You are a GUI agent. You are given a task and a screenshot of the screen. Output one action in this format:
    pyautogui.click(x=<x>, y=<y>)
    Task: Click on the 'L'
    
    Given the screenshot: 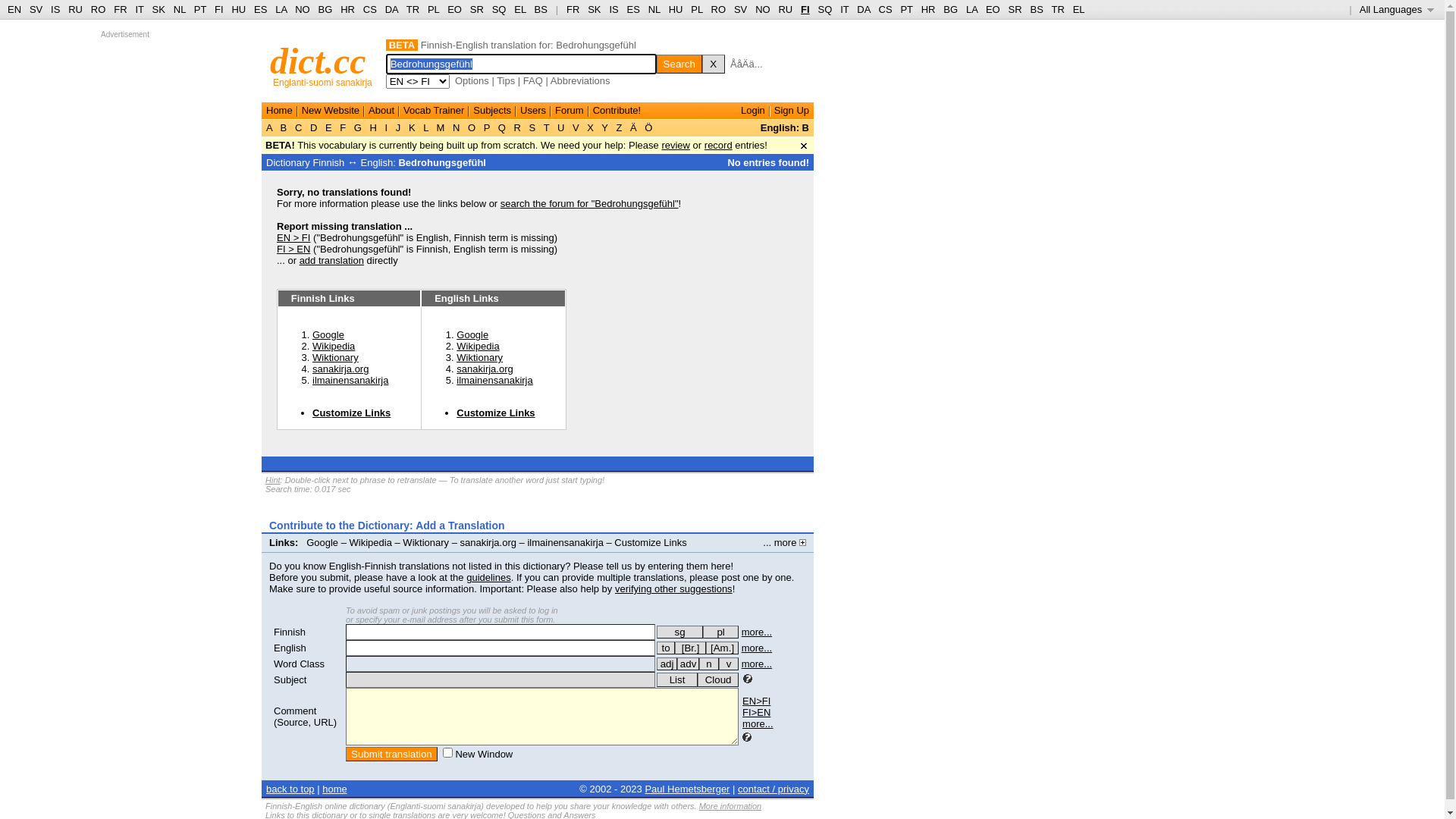 What is the action you would take?
    pyautogui.click(x=425, y=127)
    